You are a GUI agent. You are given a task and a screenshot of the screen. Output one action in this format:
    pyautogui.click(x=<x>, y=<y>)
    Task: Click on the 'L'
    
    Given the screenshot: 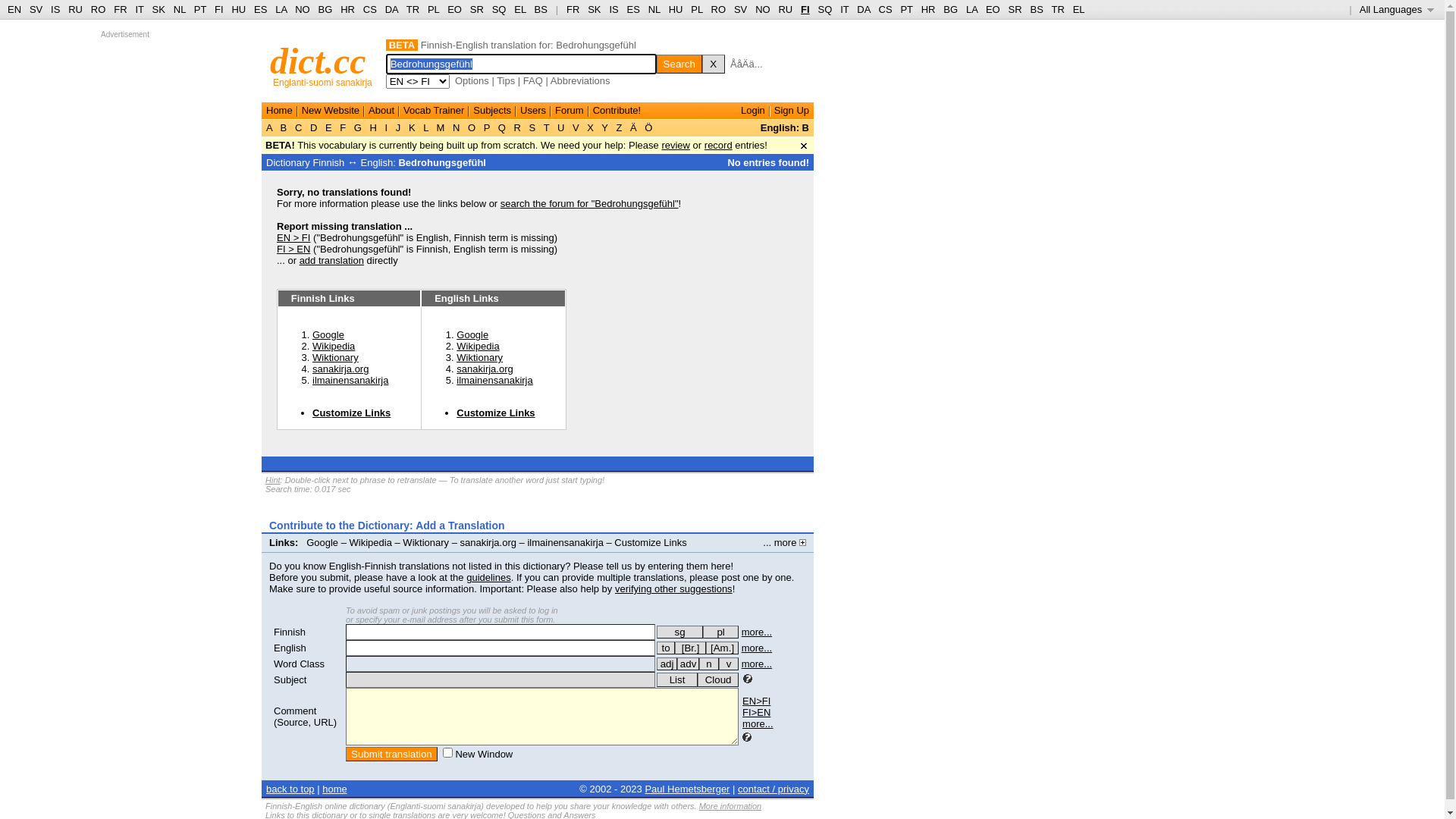 What is the action you would take?
    pyautogui.click(x=425, y=127)
    